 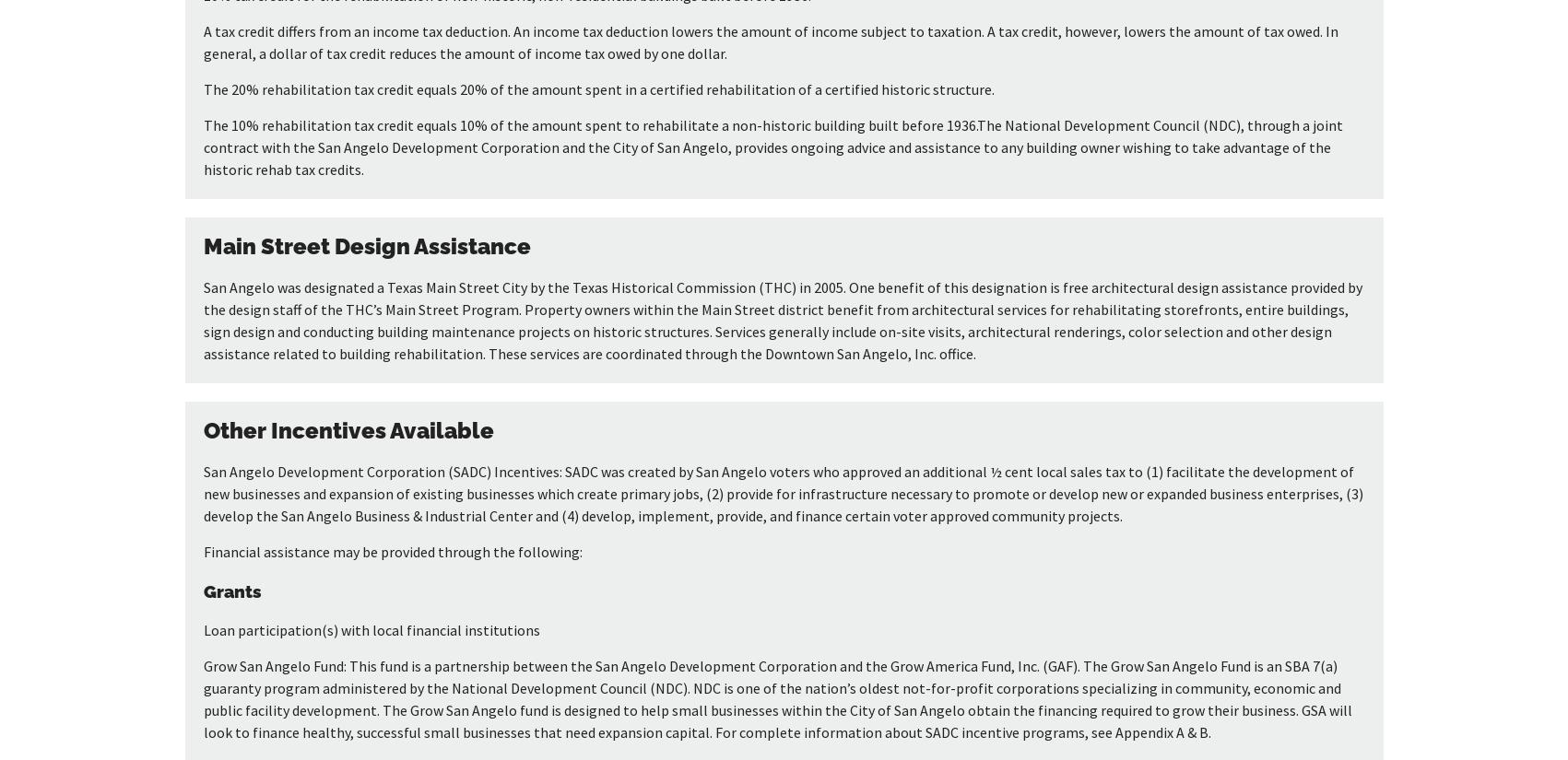 I want to click on 'Main Street Design Assistance', so click(x=201, y=245).